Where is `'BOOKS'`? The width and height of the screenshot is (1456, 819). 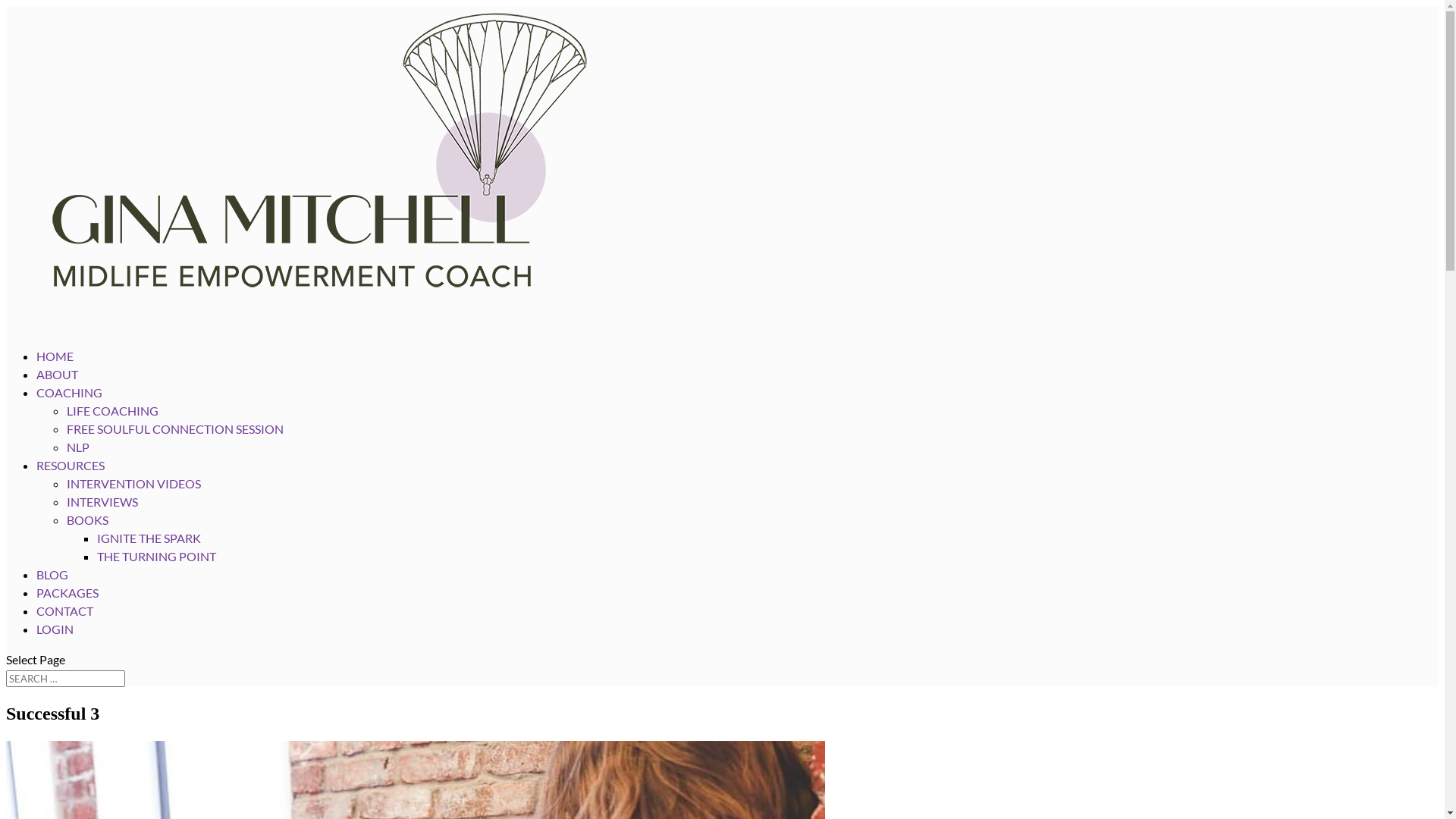
'BOOKS' is located at coordinates (65, 519).